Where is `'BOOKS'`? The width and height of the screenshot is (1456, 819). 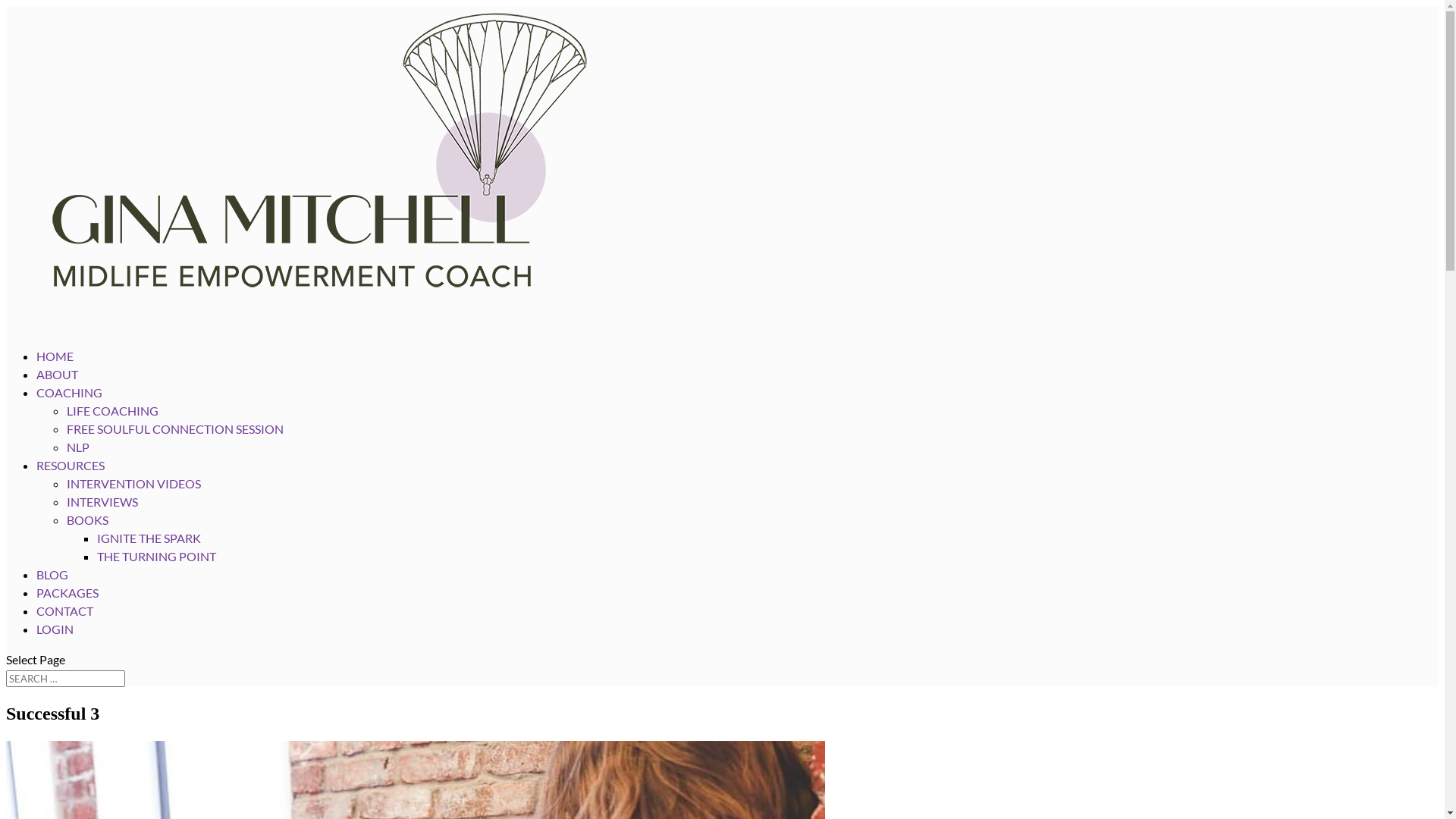
'BOOKS' is located at coordinates (65, 519).